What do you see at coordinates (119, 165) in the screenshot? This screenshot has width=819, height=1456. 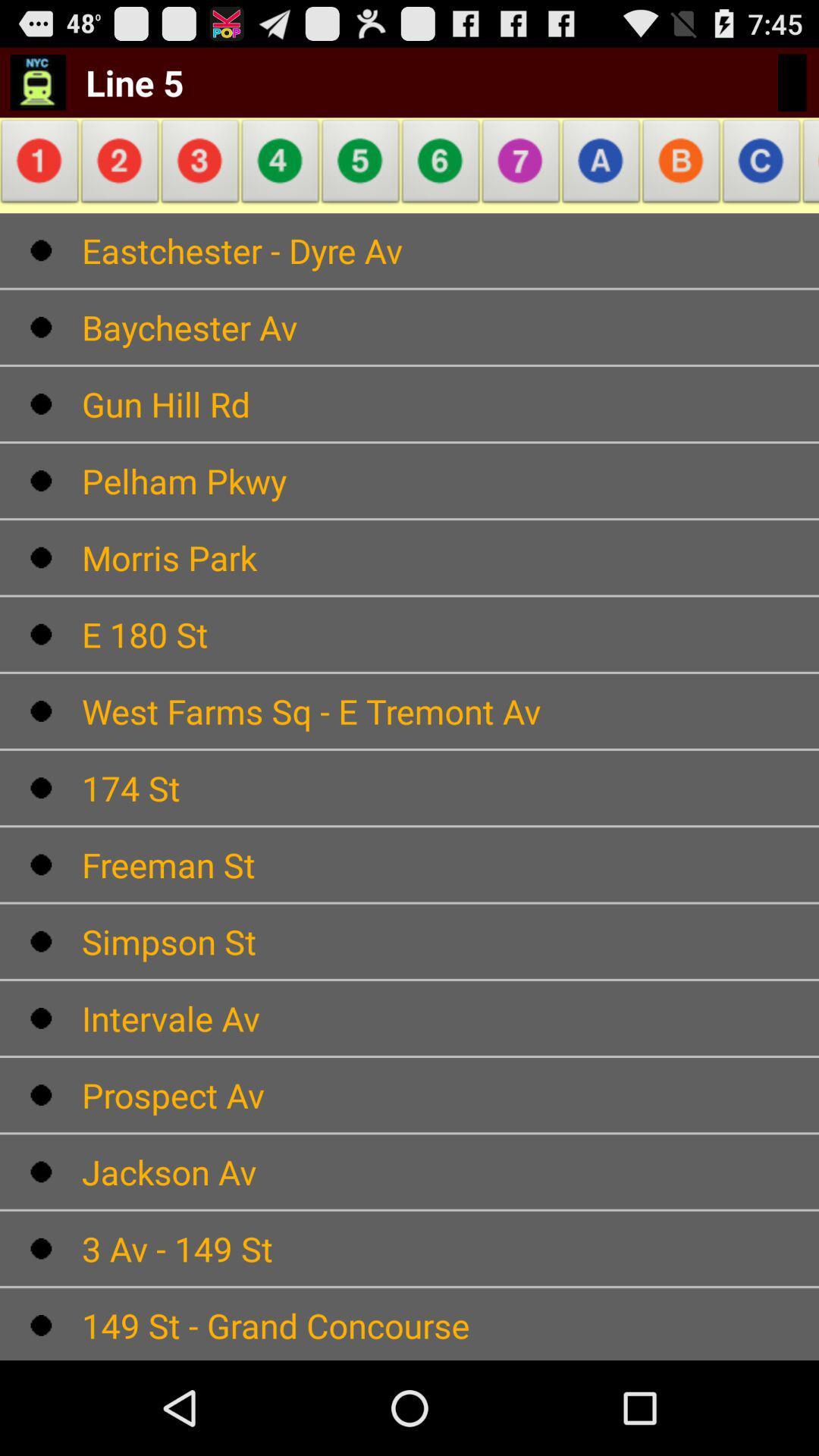 I see `the app below the line 5 icon` at bounding box center [119, 165].